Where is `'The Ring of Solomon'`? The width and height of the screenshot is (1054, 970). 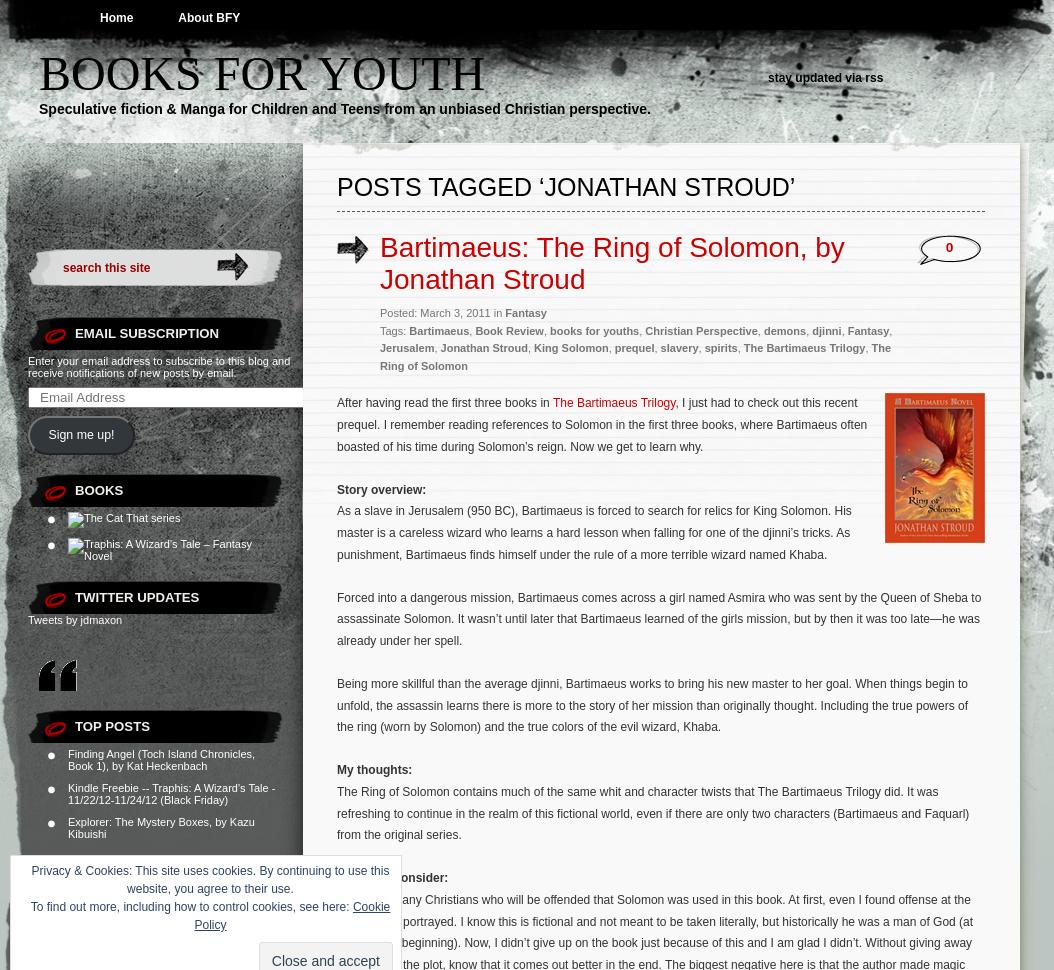
'The Ring of Solomon' is located at coordinates (635, 355).